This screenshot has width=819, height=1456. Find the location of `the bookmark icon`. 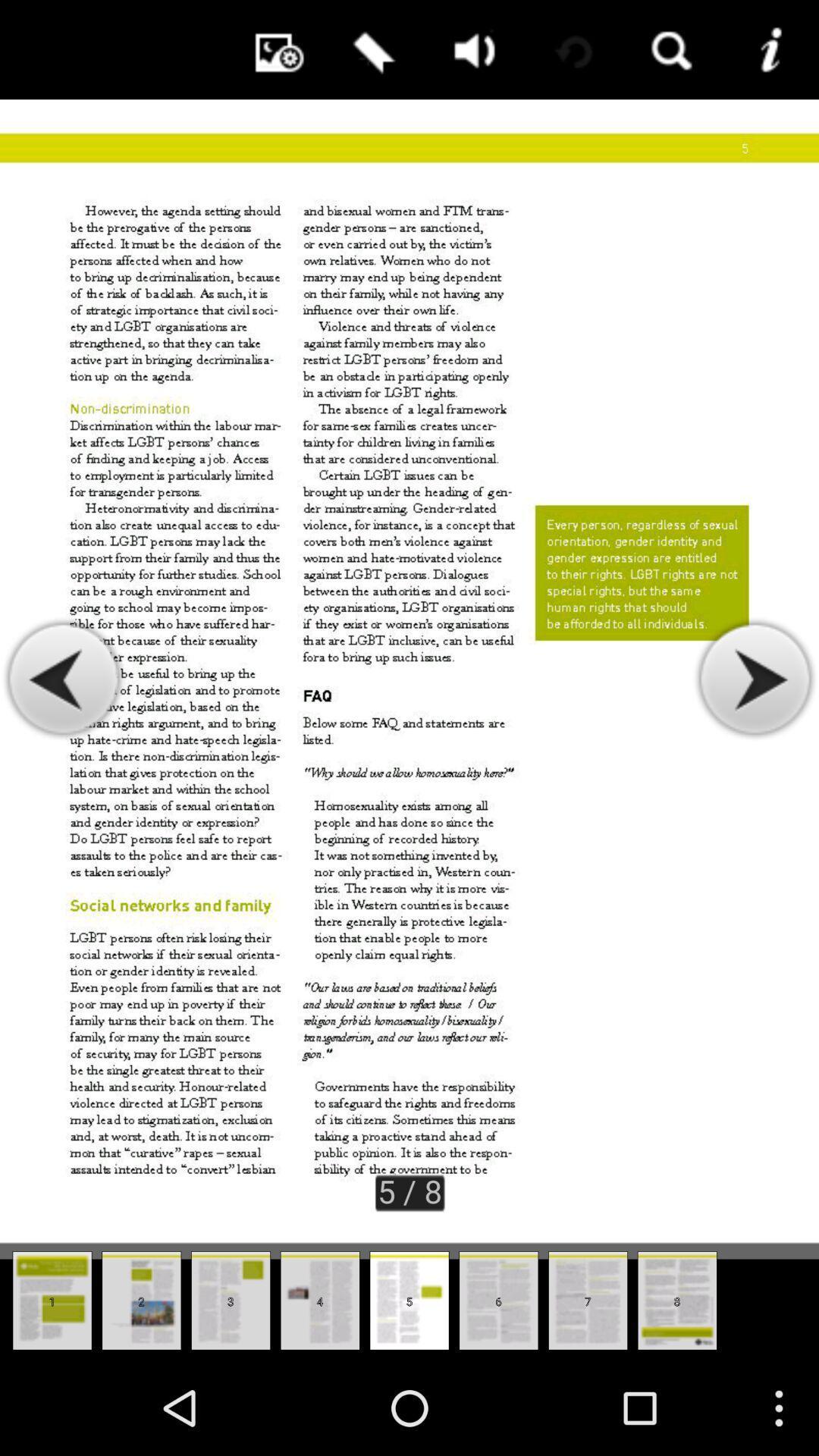

the bookmark icon is located at coordinates (371, 53).